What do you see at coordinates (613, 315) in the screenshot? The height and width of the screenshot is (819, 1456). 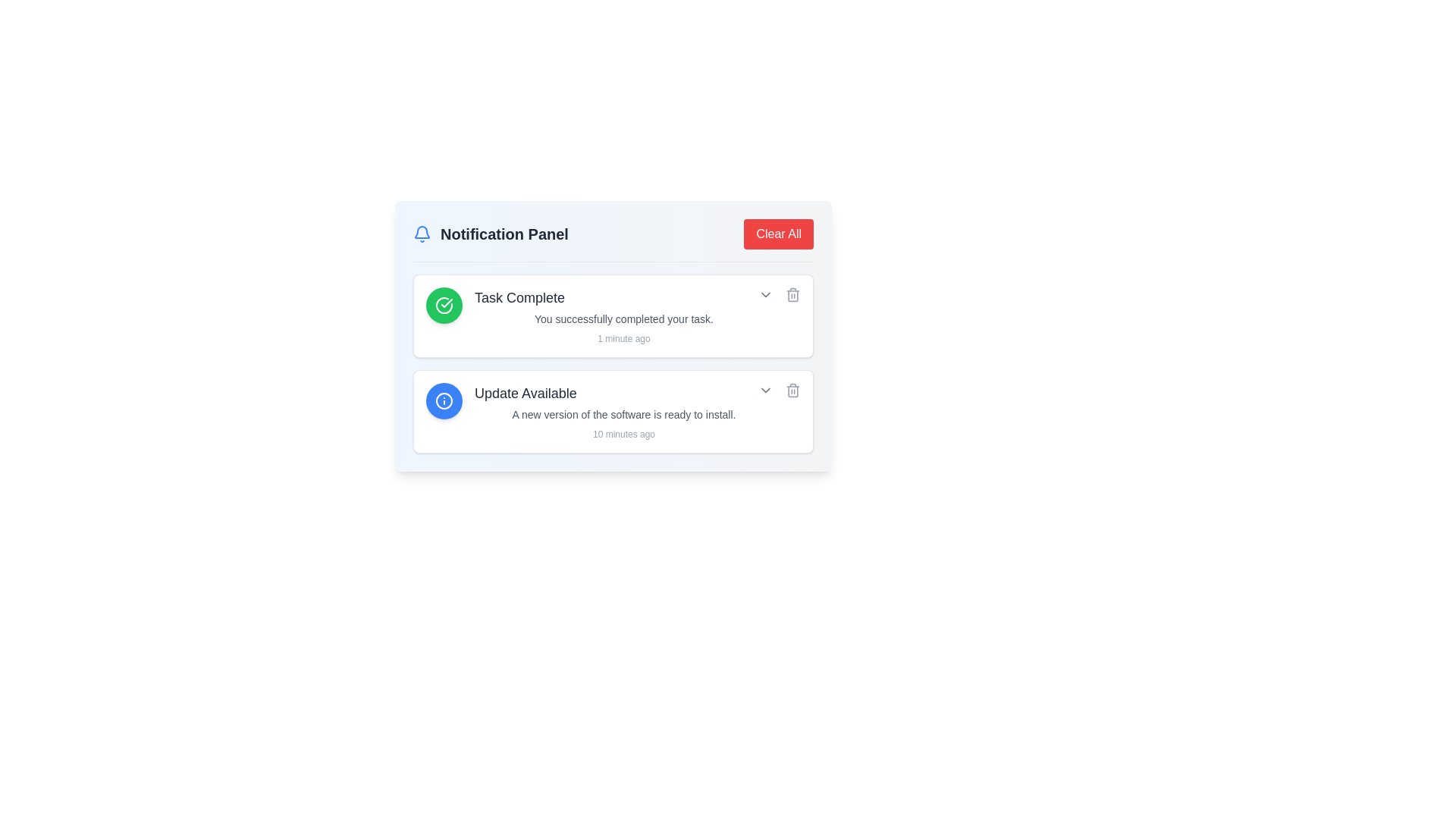 I see `the first notification card in the main notification panel, which provides details about a completed task` at bounding box center [613, 315].